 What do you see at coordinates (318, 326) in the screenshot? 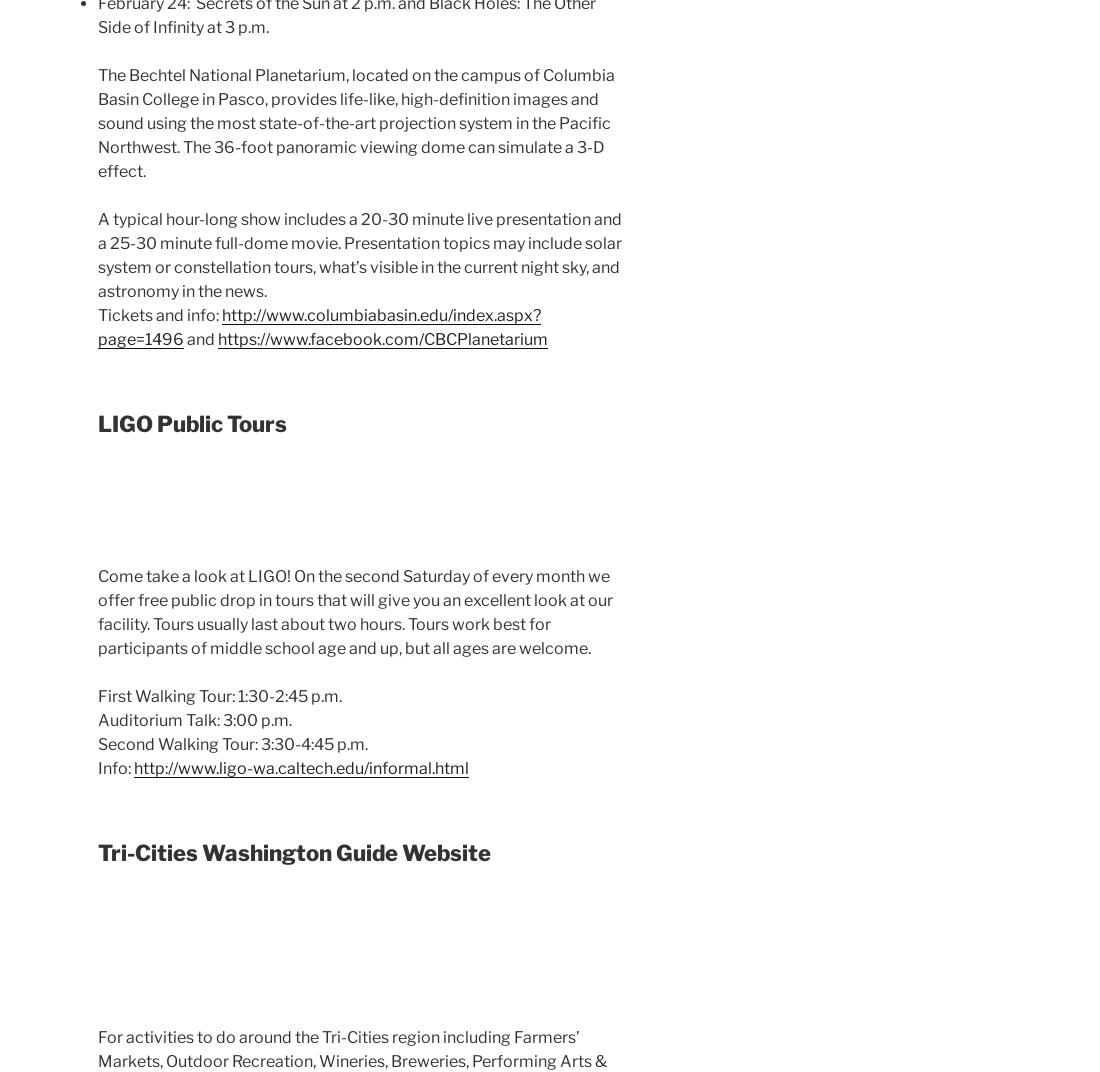
I see `'http://www.columbiabasin.edu/index.aspx?page=1496'` at bounding box center [318, 326].